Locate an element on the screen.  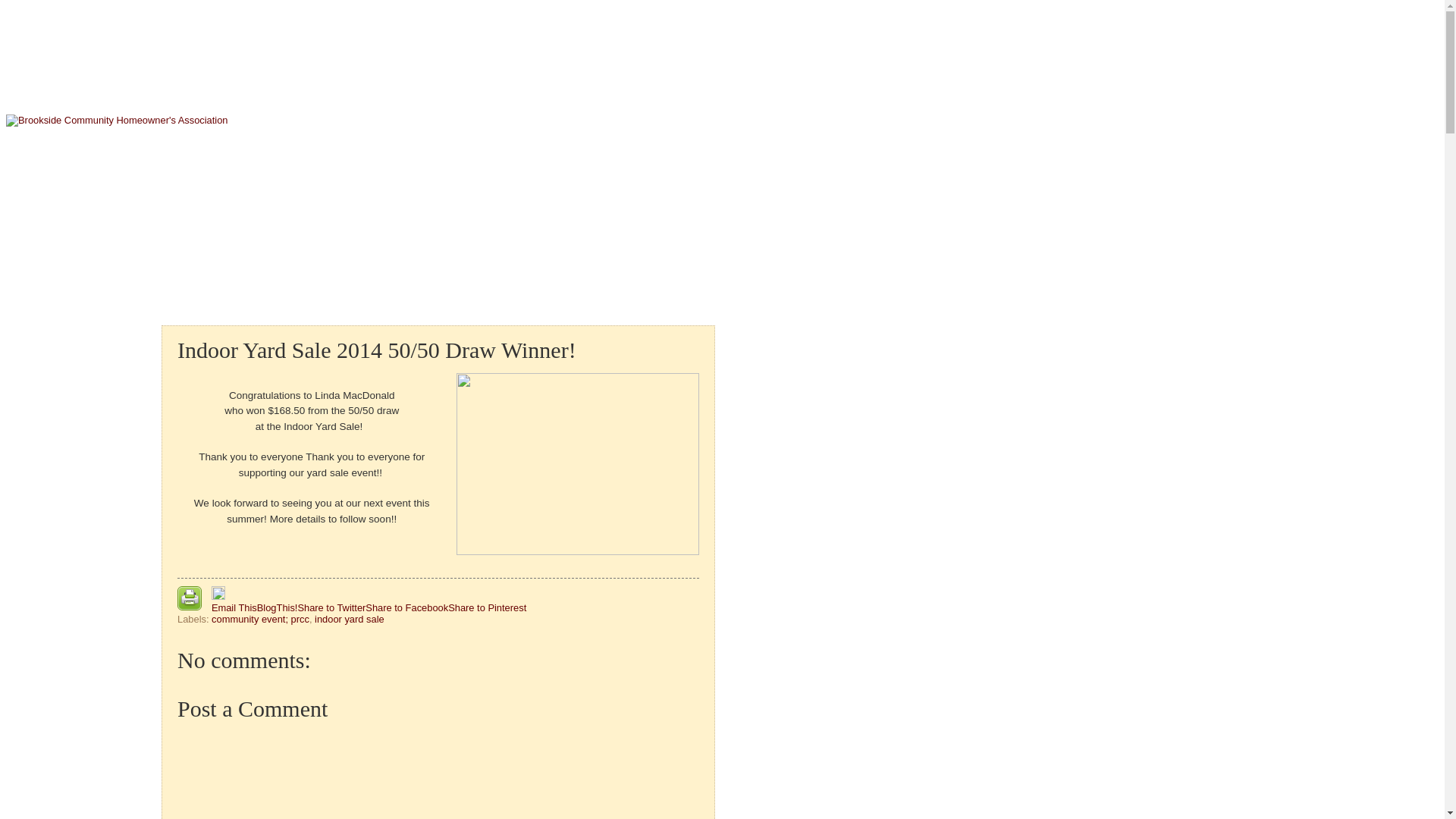
'BlogThis!' is located at coordinates (277, 607).